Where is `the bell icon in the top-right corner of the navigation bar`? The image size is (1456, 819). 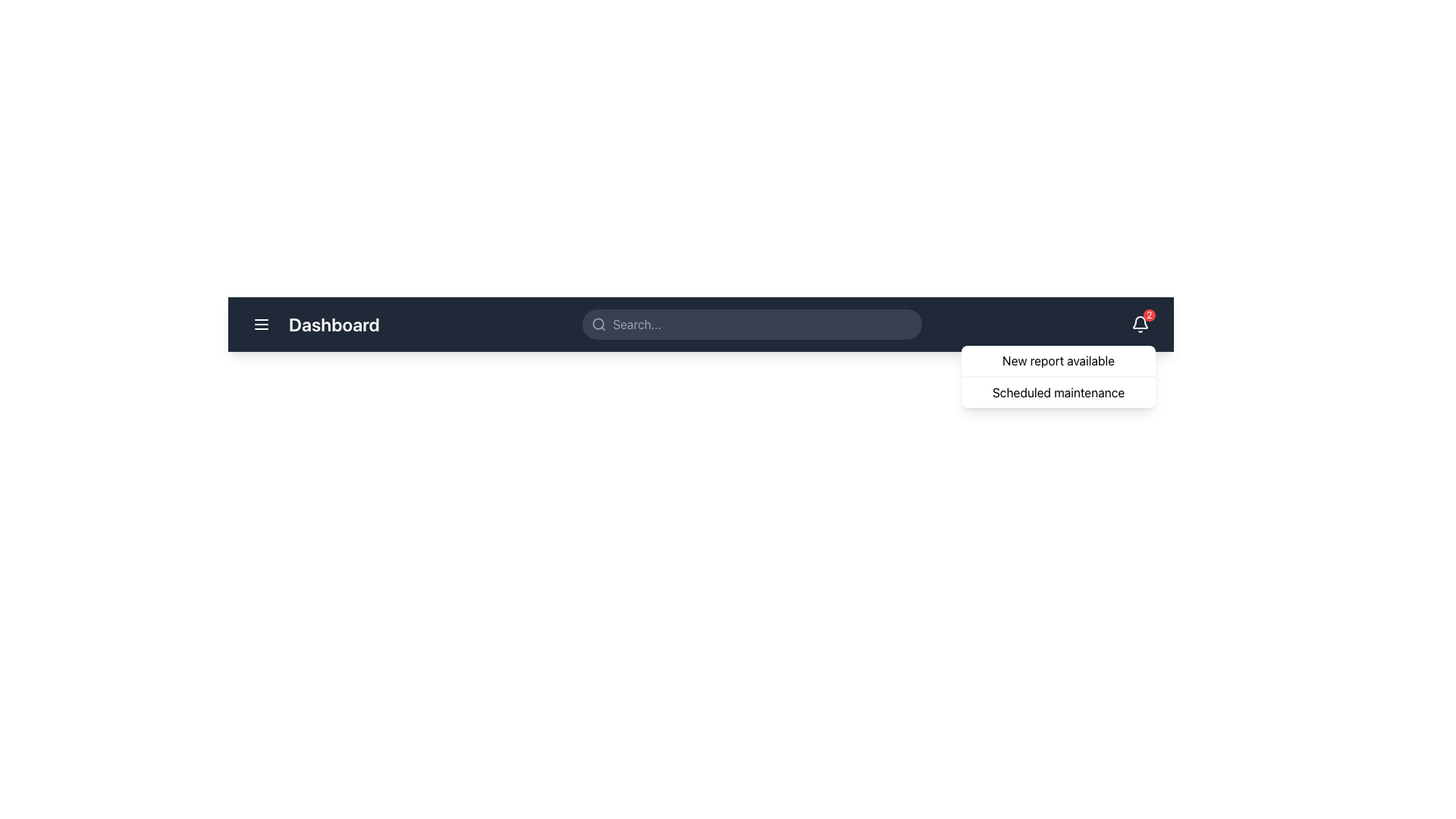 the bell icon in the top-right corner of the navigation bar is located at coordinates (1140, 324).